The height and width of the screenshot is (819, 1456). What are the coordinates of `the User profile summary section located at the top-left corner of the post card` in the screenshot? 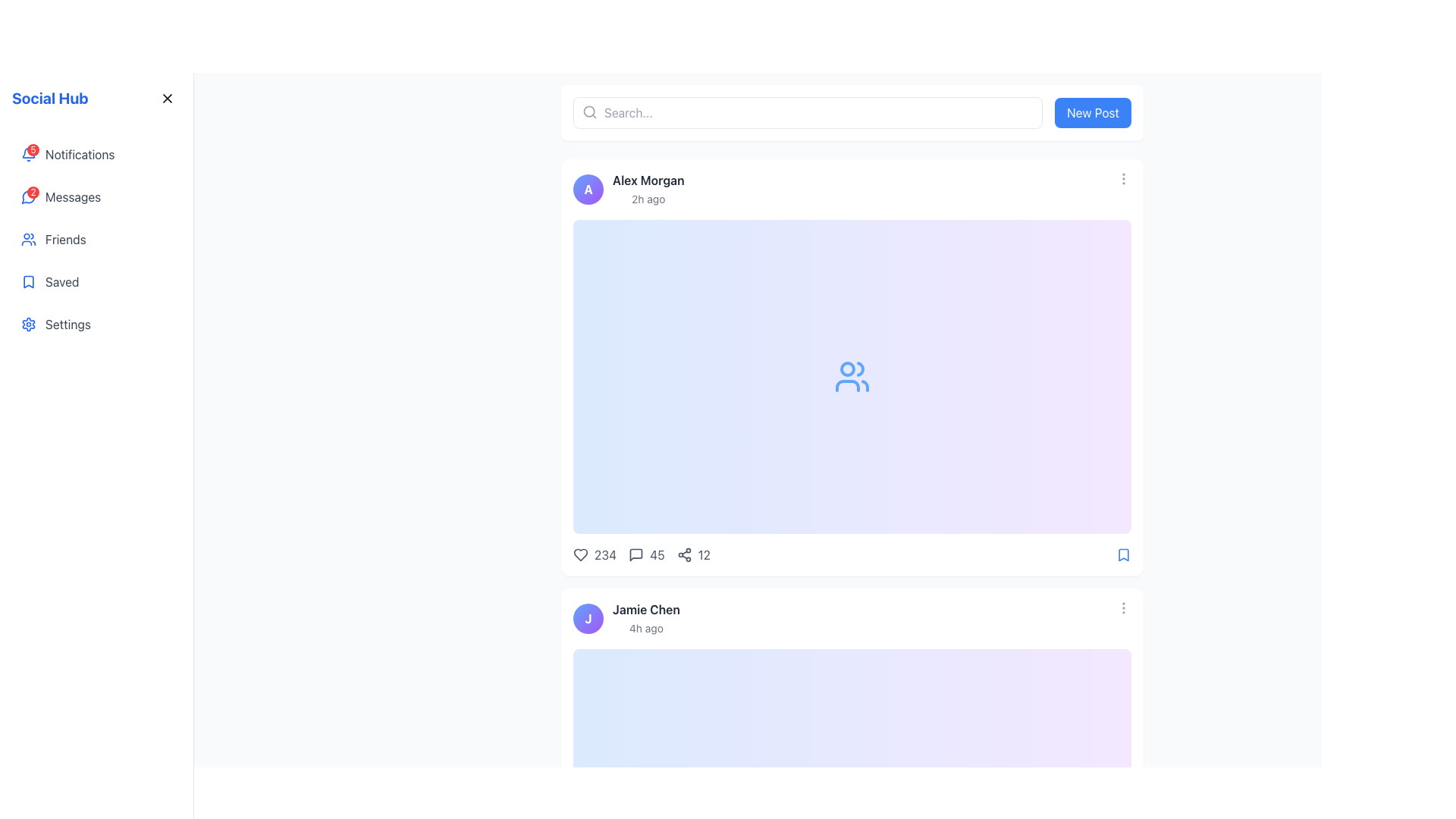 It's located at (626, 619).